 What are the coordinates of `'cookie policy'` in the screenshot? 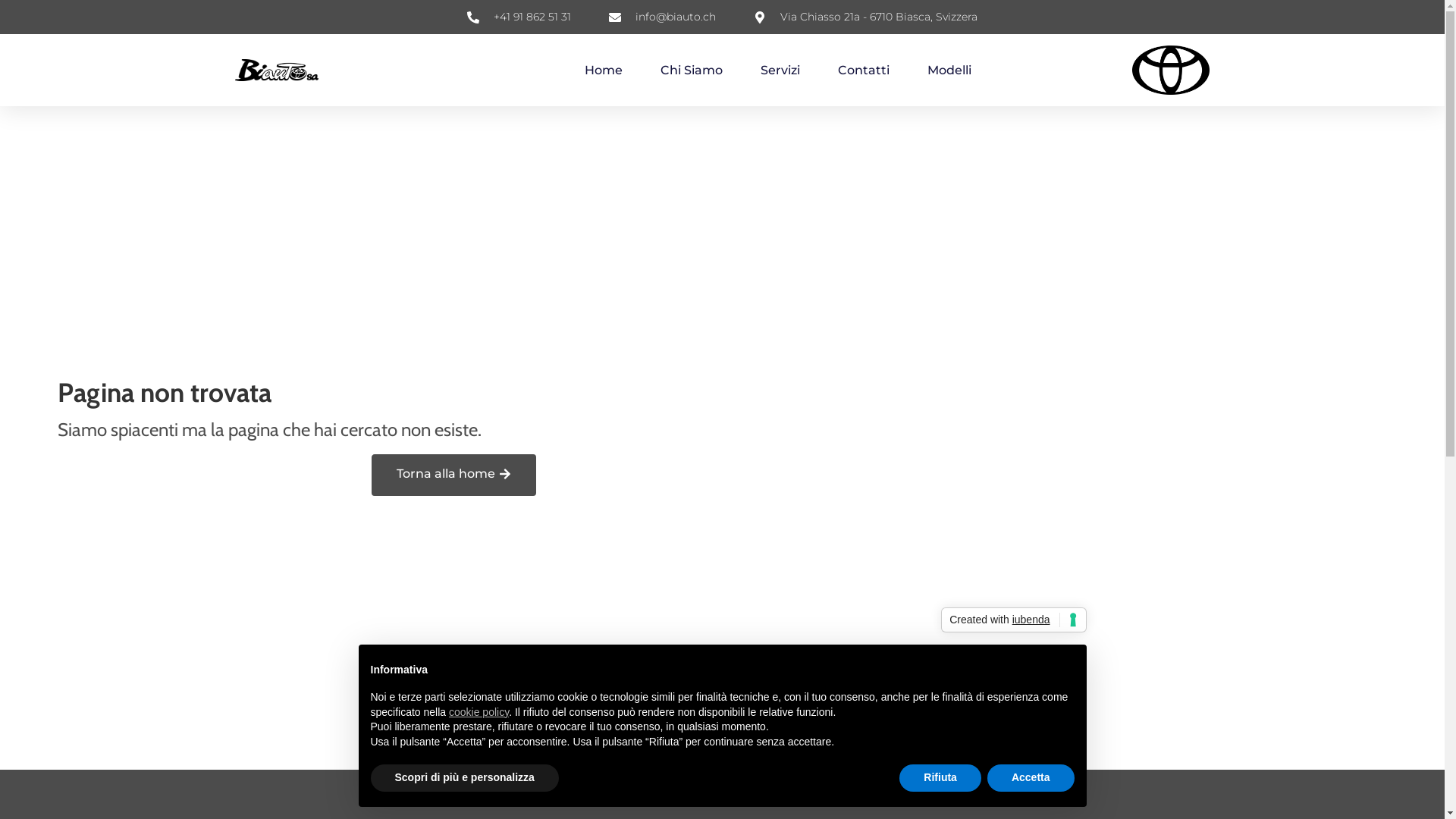 It's located at (478, 711).